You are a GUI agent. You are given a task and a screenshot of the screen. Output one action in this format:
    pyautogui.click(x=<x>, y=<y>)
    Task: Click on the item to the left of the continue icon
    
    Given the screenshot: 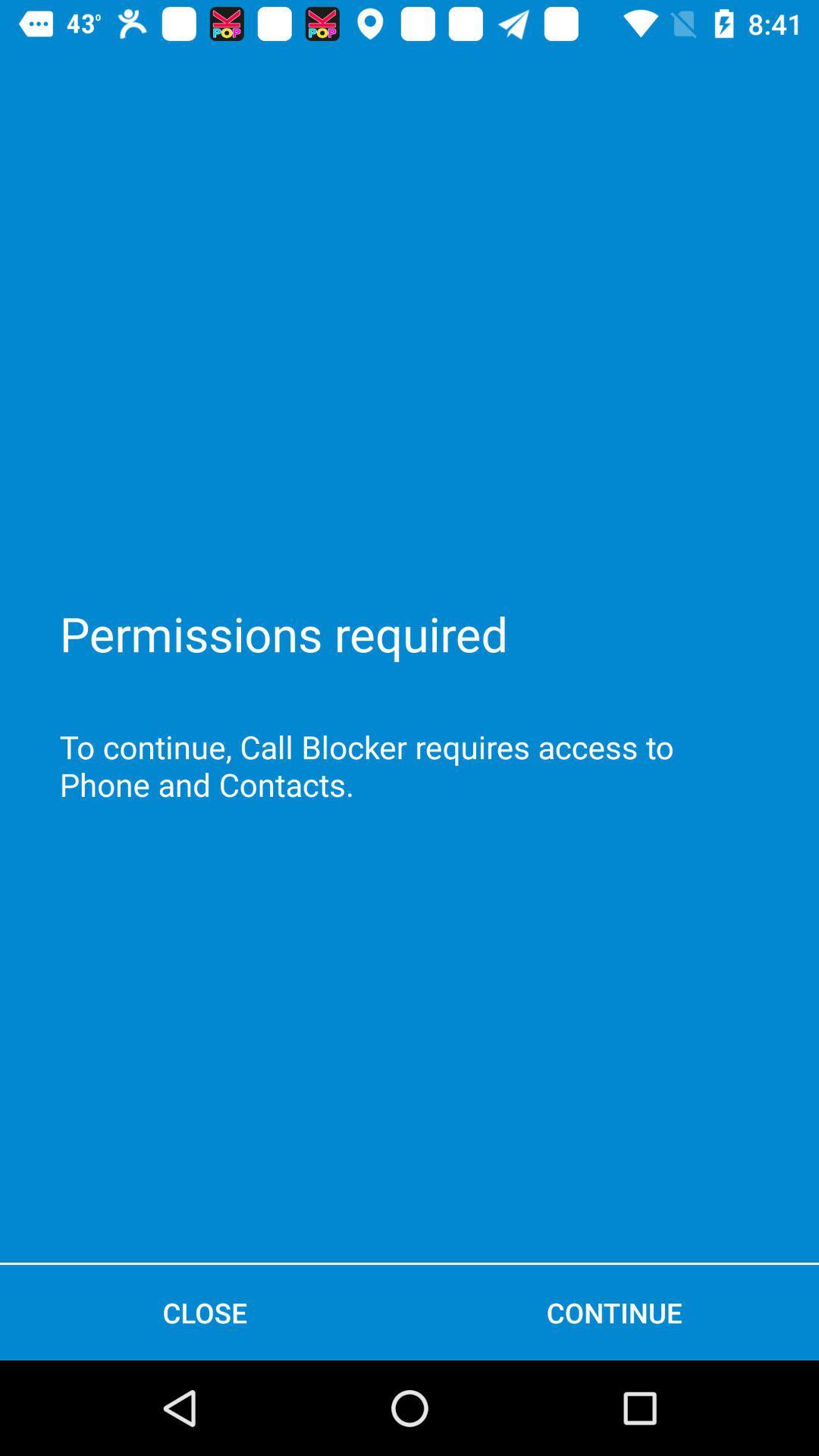 What is the action you would take?
    pyautogui.click(x=205, y=1312)
    